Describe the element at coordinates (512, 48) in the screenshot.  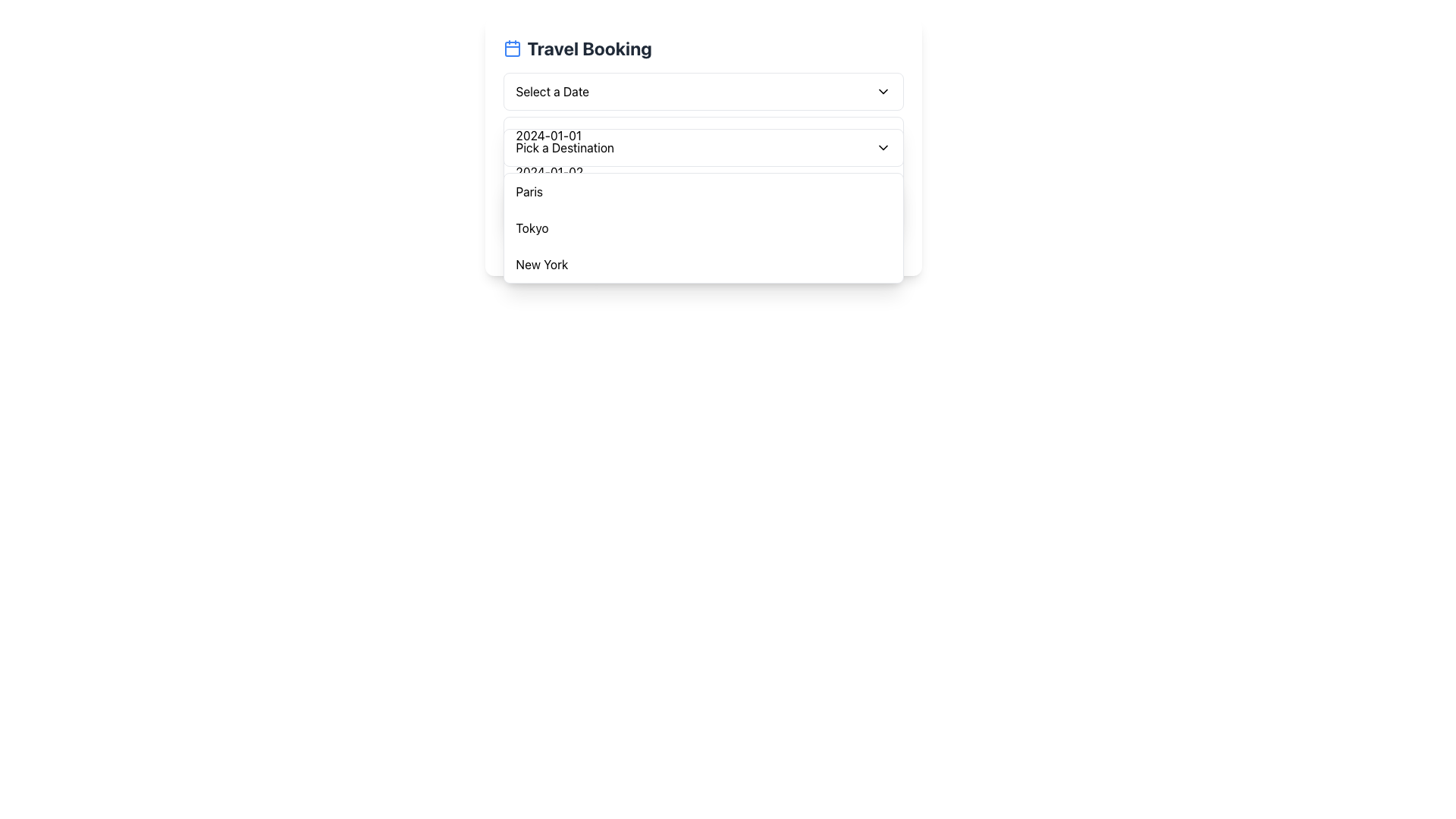
I see `the blue outlined calendar icon located to the left of the 'Travel Booking' title in the header section` at that location.